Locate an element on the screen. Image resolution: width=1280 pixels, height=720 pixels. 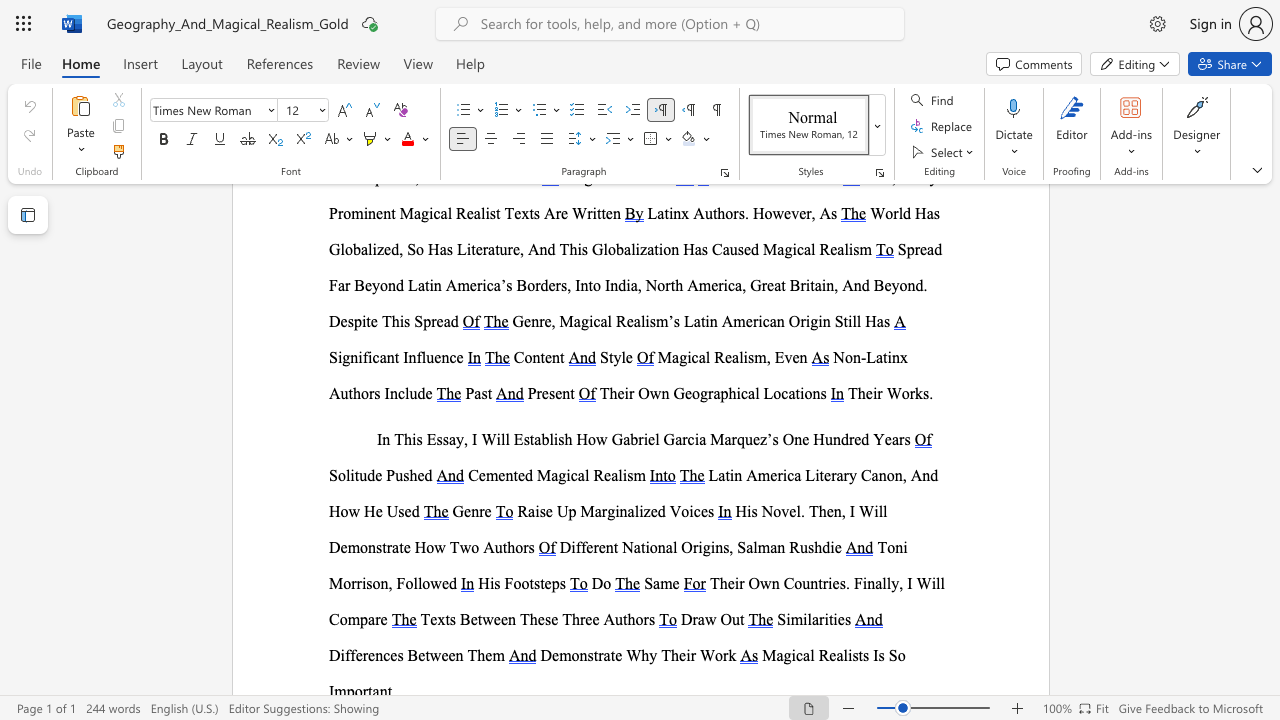
the subset text "Then, I Will Demonst" within the text "His Novel. Then, I Will Demonstrate How Two Authors" is located at coordinates (808, 510).